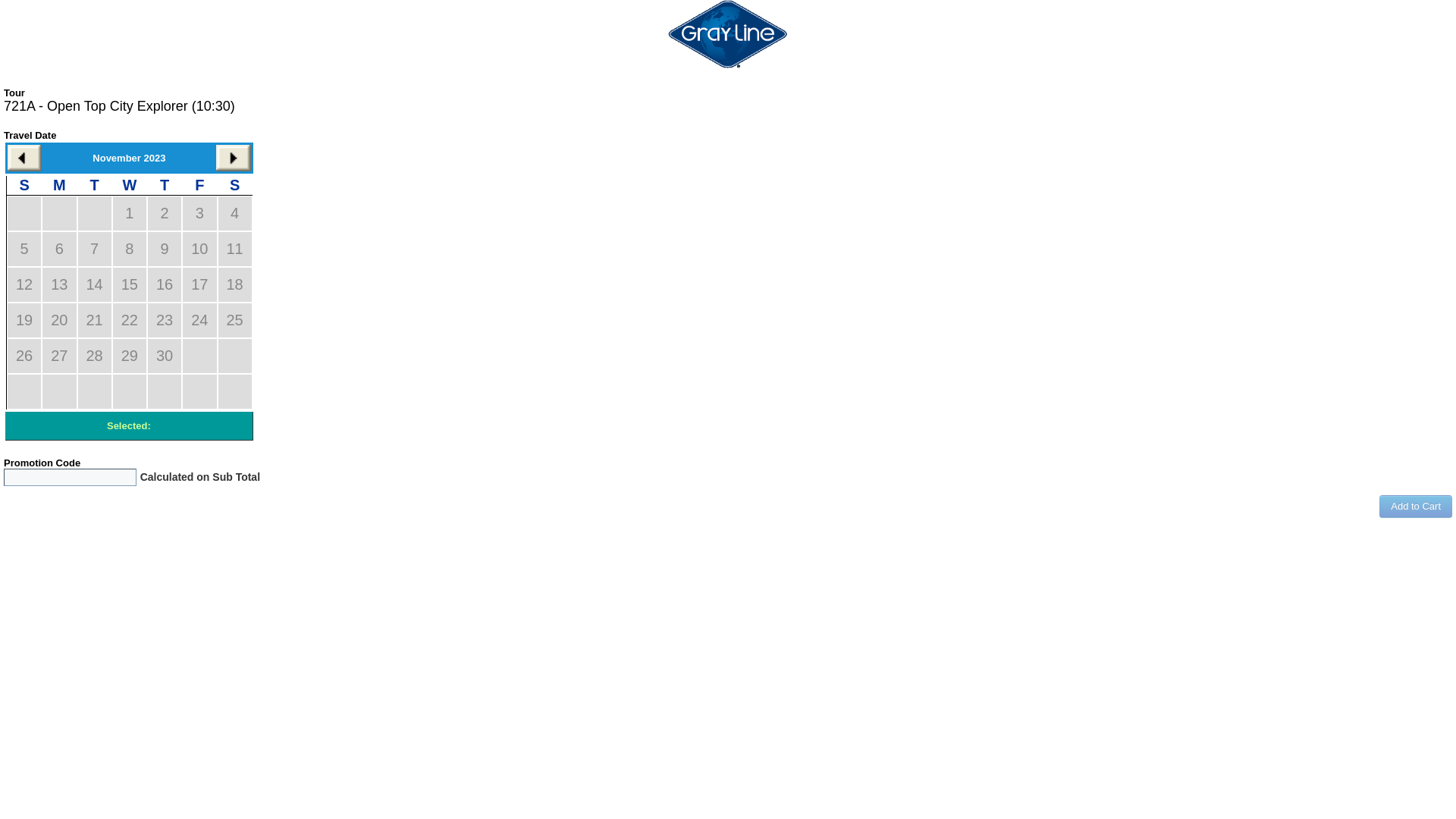 Image resolution: width=1456 pixels, height=819 pixels. What do you see at coordinates (1379, 506) in the screenshot?
I see `'Add to Cart'` at bounding box center [1379, 506].